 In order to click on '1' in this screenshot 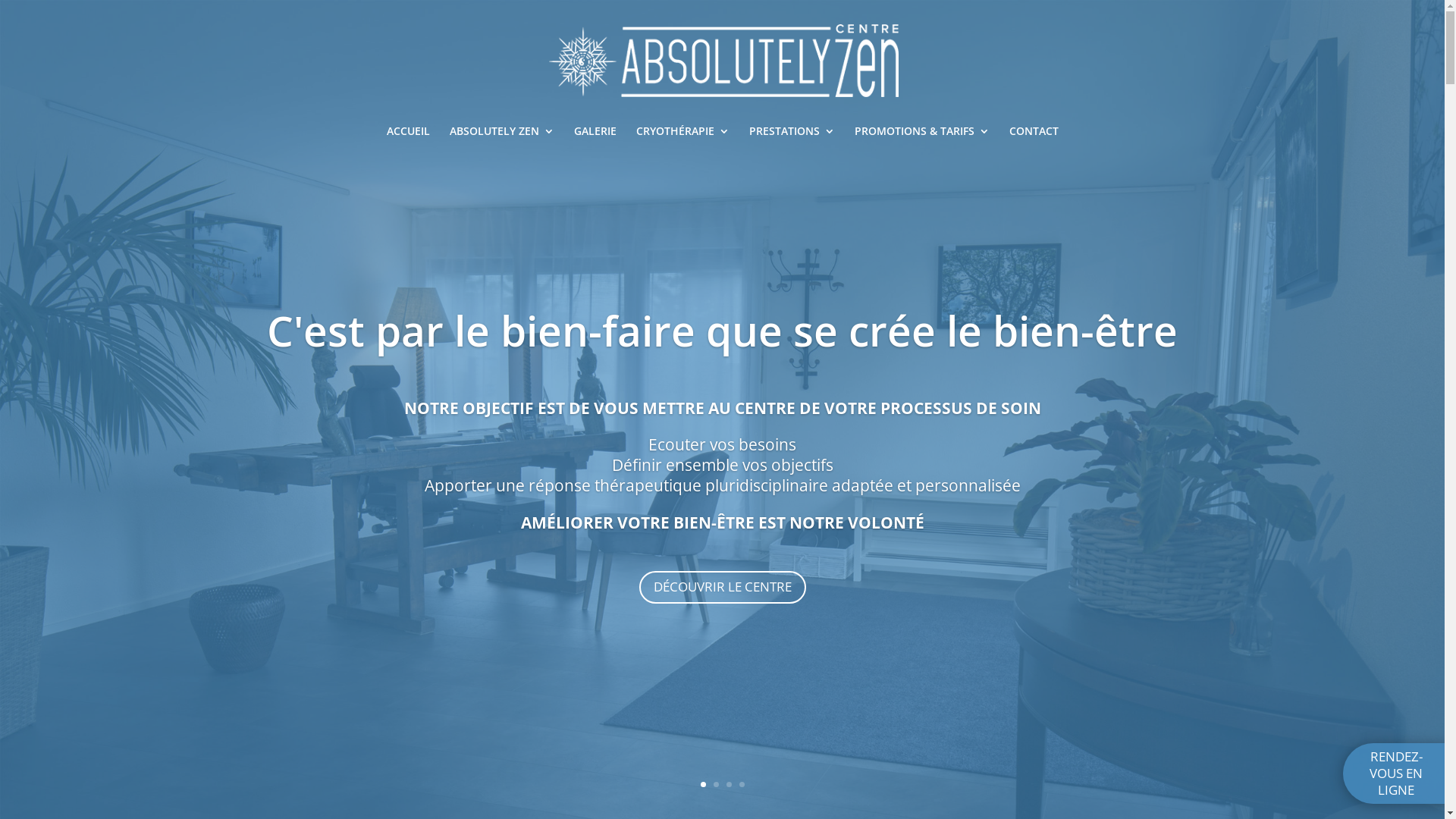, I will do `click(702, 784)`.